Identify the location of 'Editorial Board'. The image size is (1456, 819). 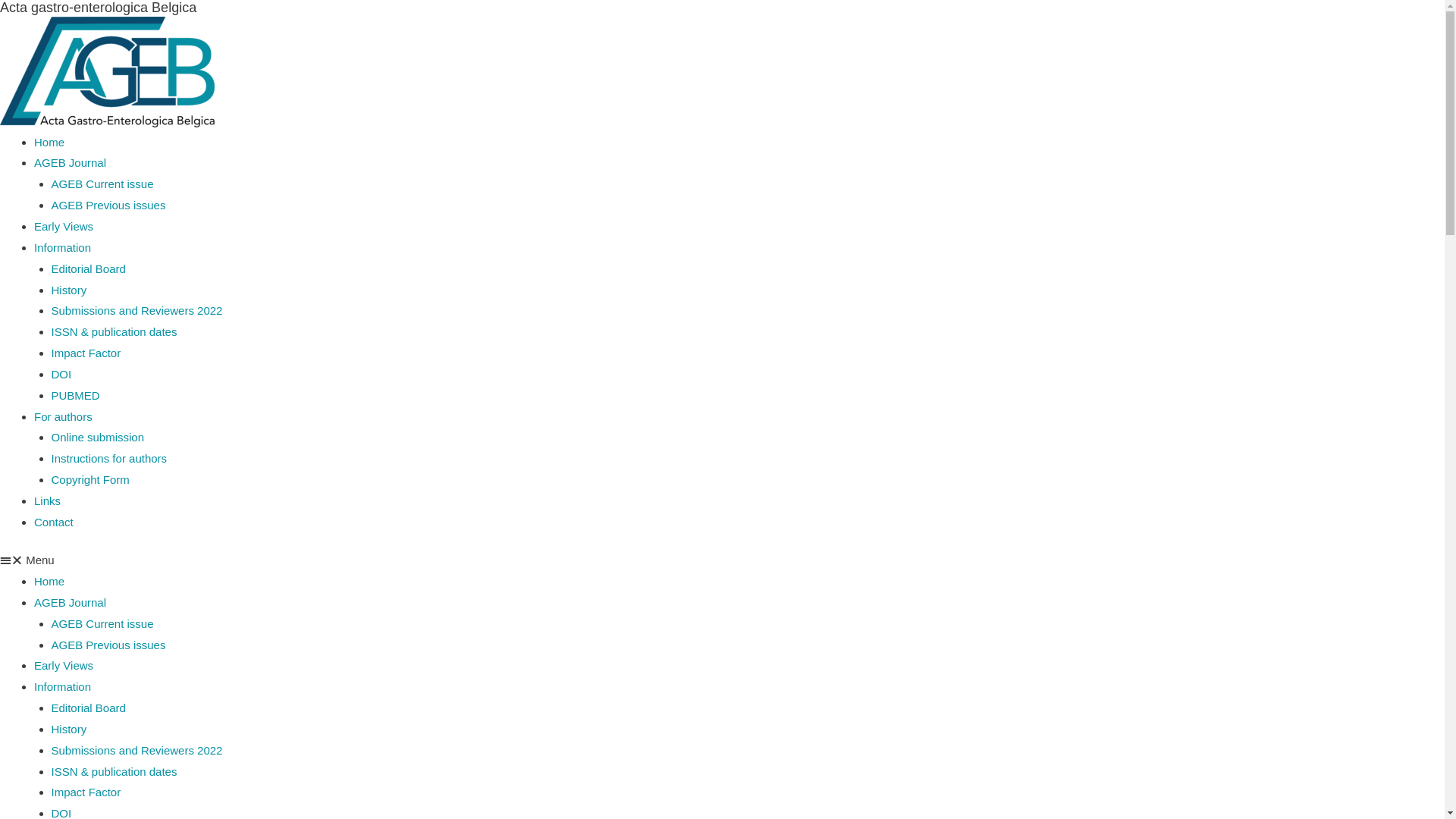
(51, 268).